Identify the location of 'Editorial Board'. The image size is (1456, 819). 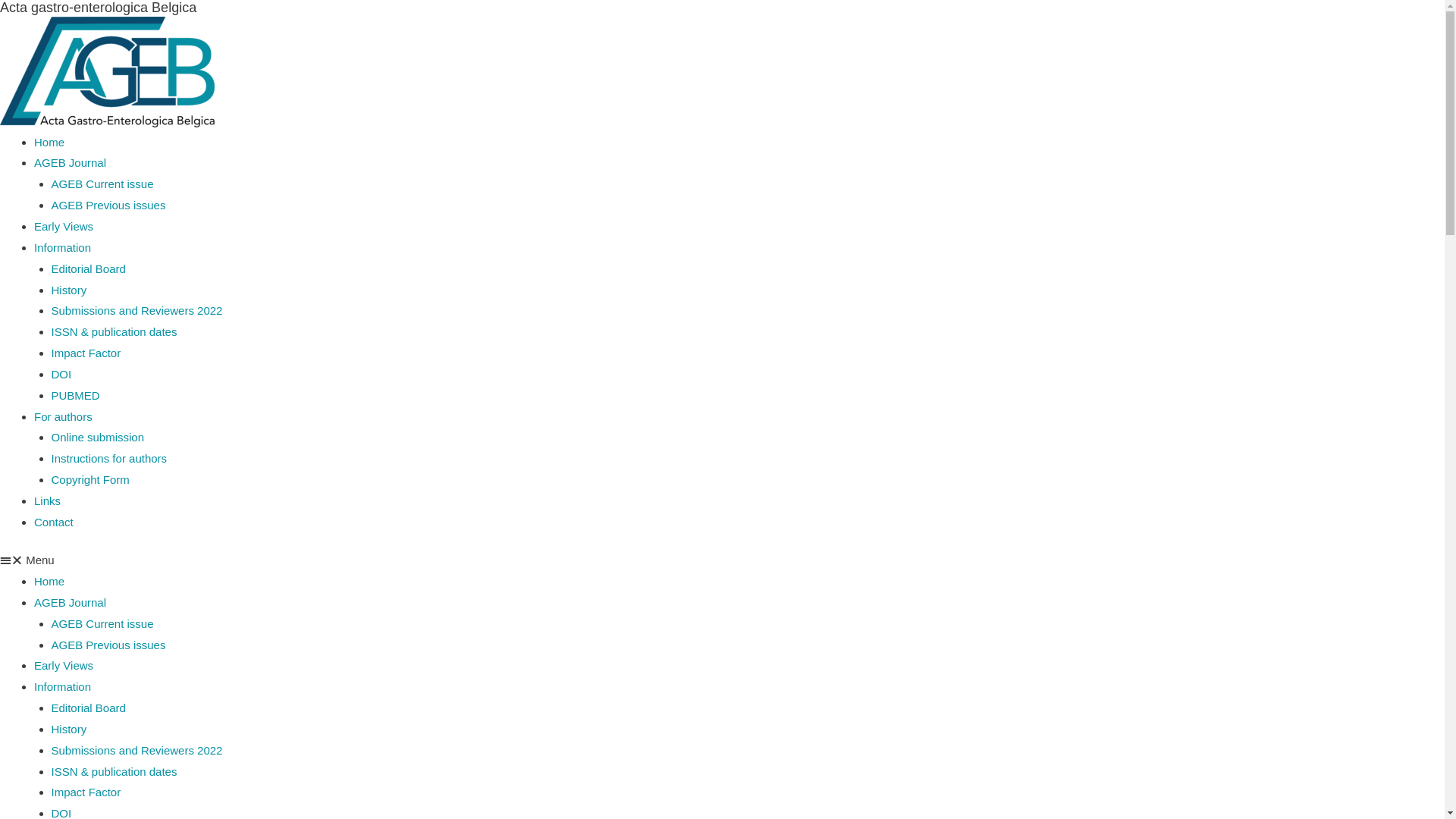
(51, 268).